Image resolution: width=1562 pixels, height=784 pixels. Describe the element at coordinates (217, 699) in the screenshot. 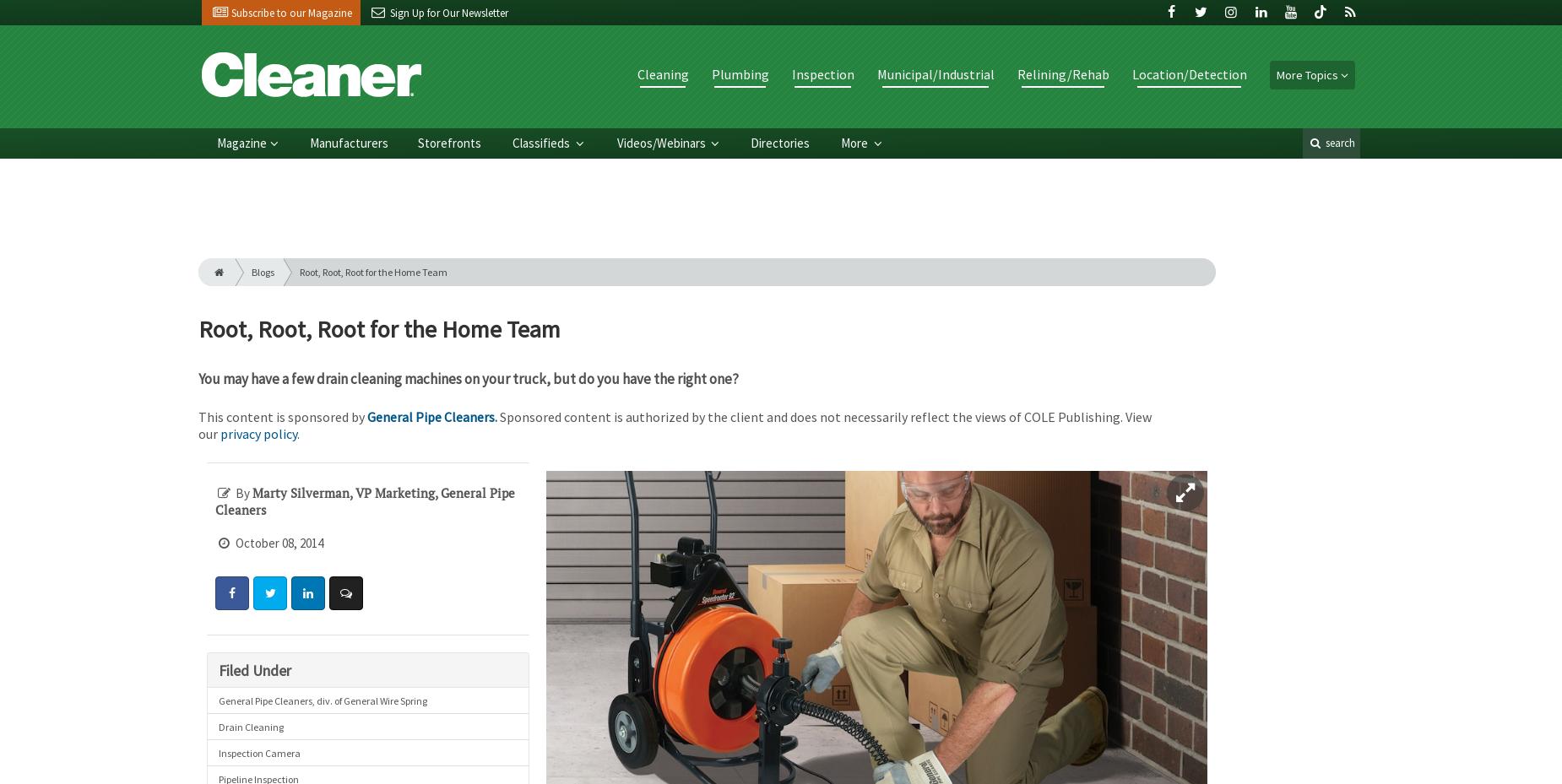

I see `'General Pipe Cleaners, div. of General Wire Spring'` at that location.